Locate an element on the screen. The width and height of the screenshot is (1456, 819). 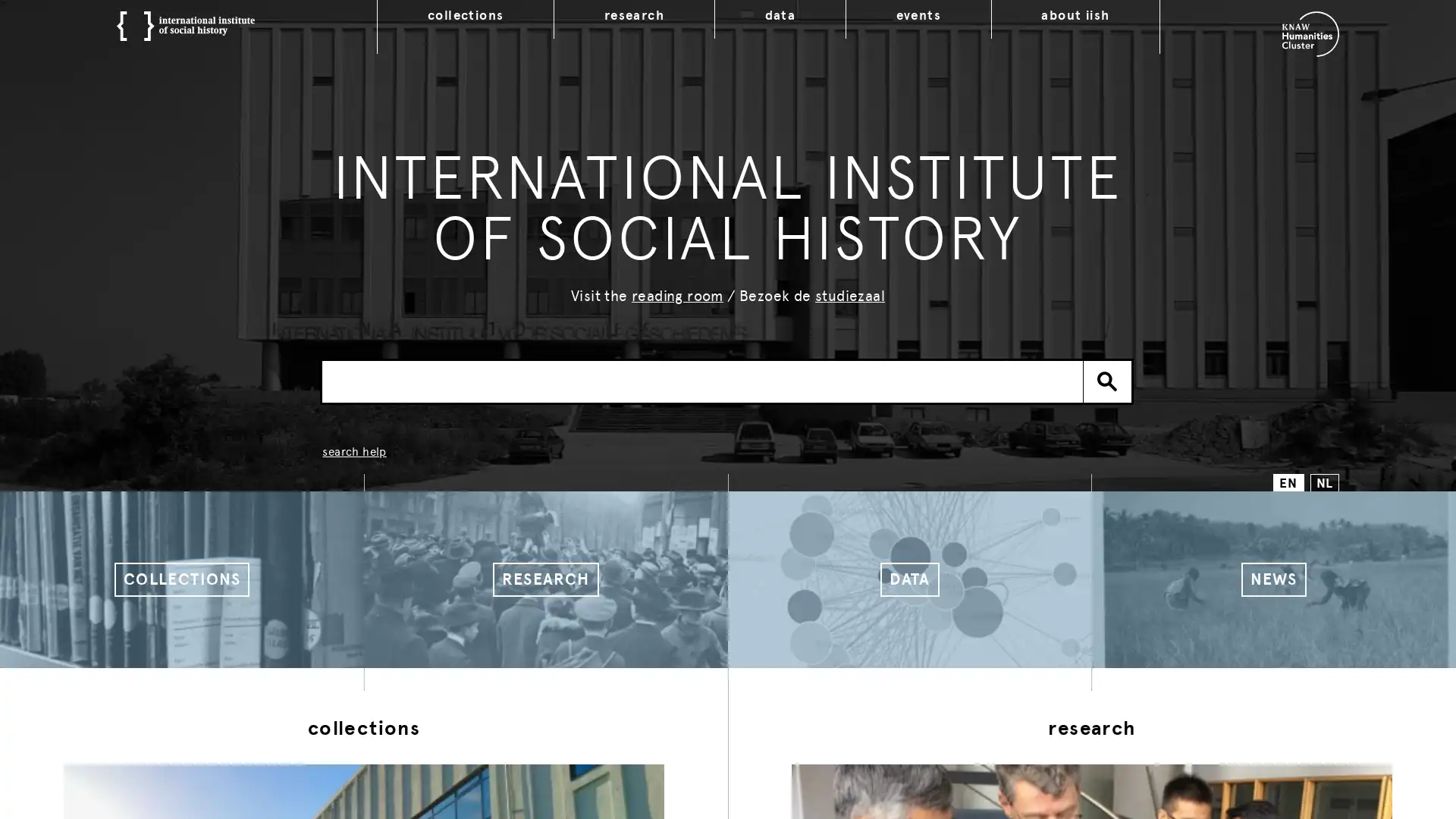
Search is located at coordinates (1107, 380).